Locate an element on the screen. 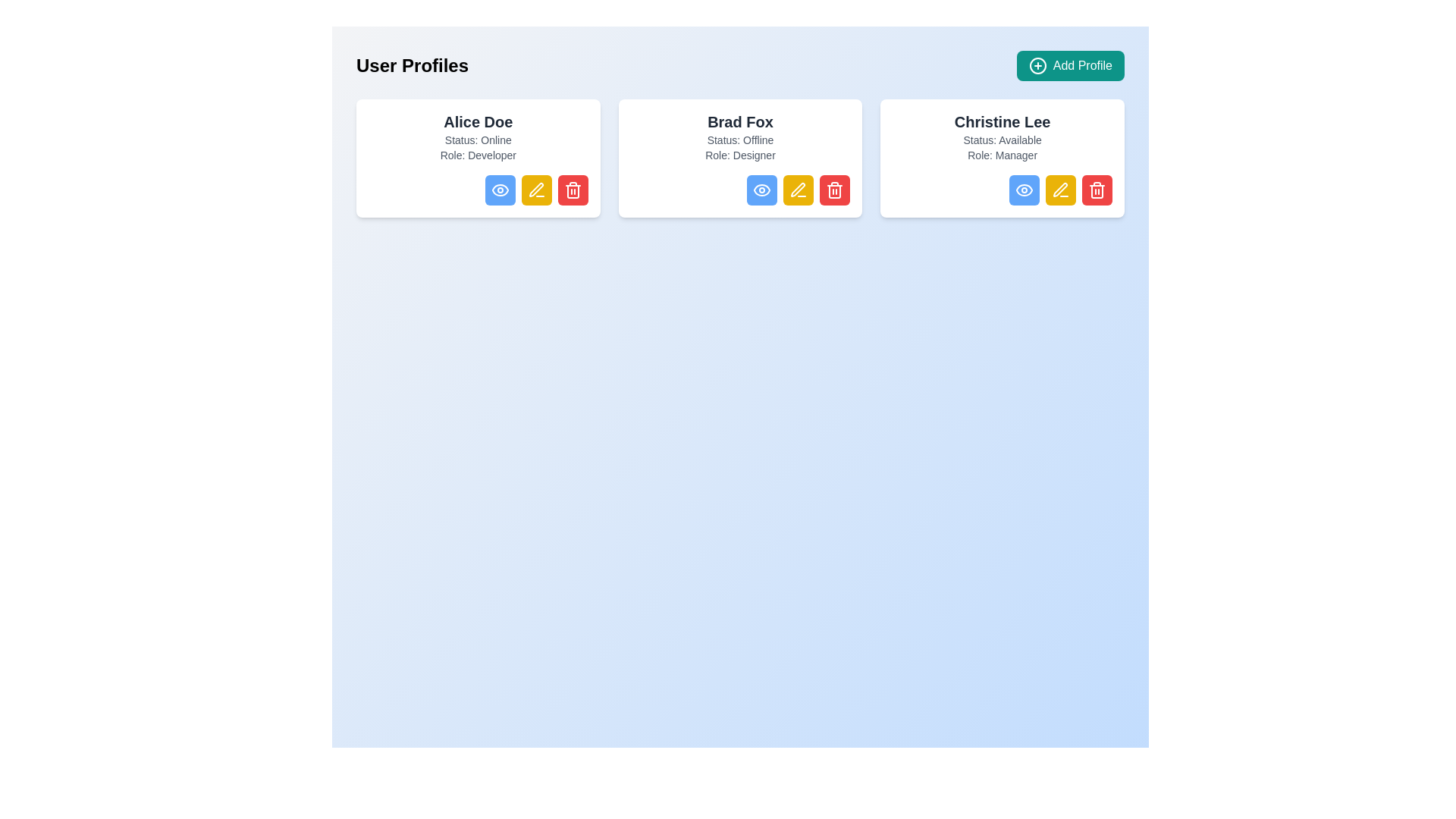  the text label displaying 'Christine Lee' which is prominently positioned is located at coordinates (1003, 121).